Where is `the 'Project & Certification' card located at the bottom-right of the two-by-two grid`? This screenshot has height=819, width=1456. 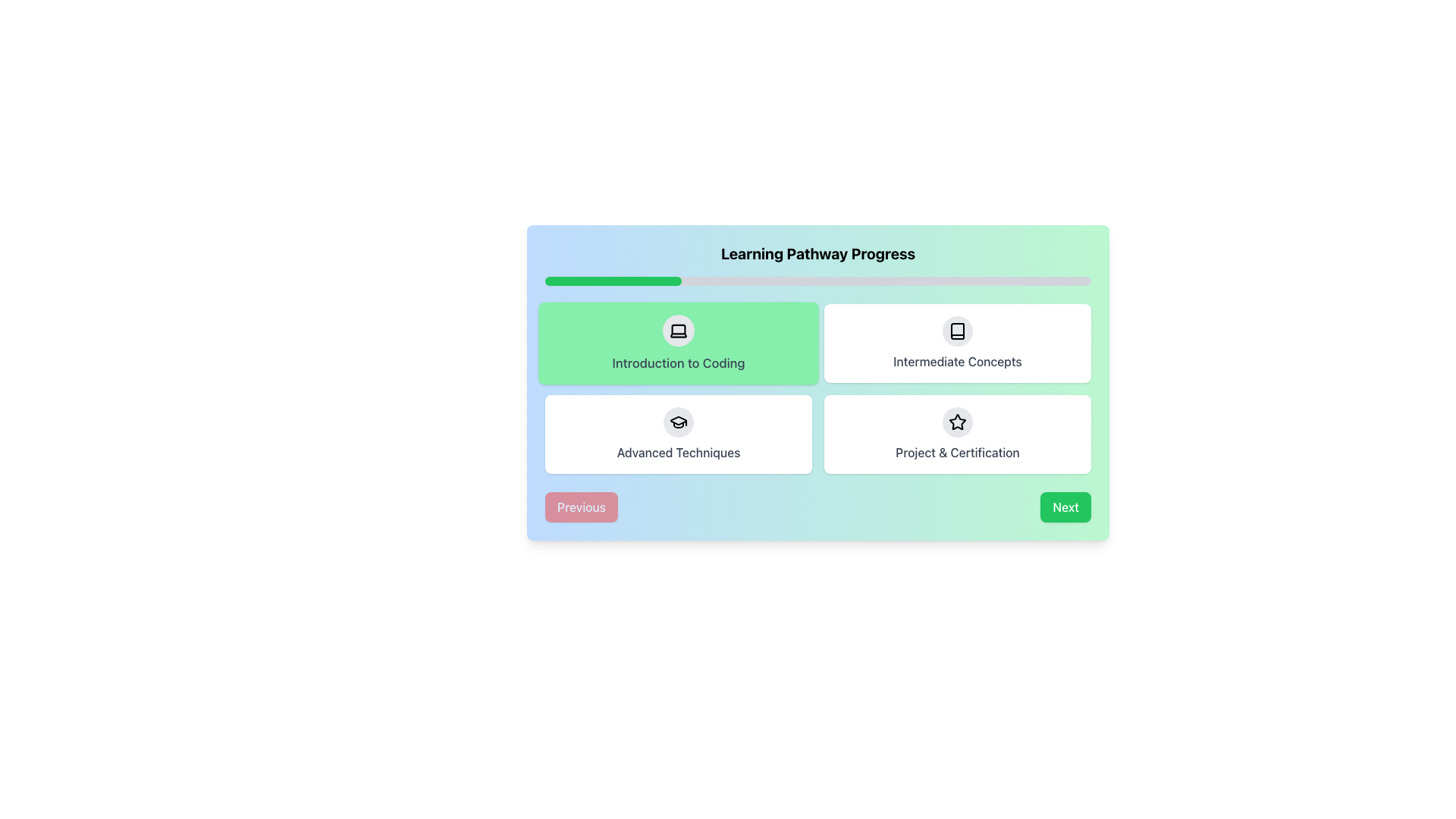 the 'Project & Certification' card located at the bottom-right of the two-by-two grid is located at coordinates (956, 435).